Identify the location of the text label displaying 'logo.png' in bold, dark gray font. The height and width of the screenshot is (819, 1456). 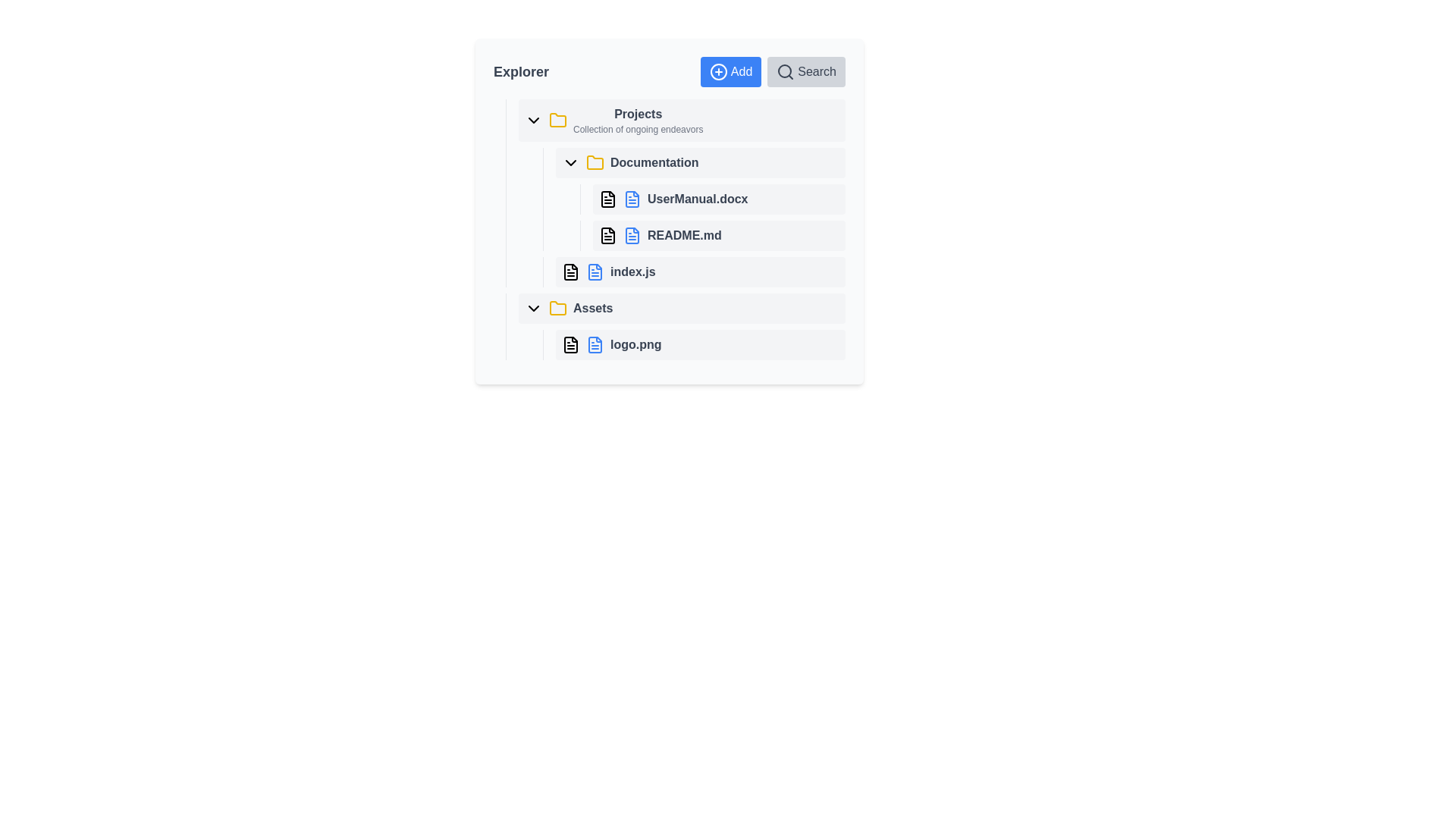
(635, 345).